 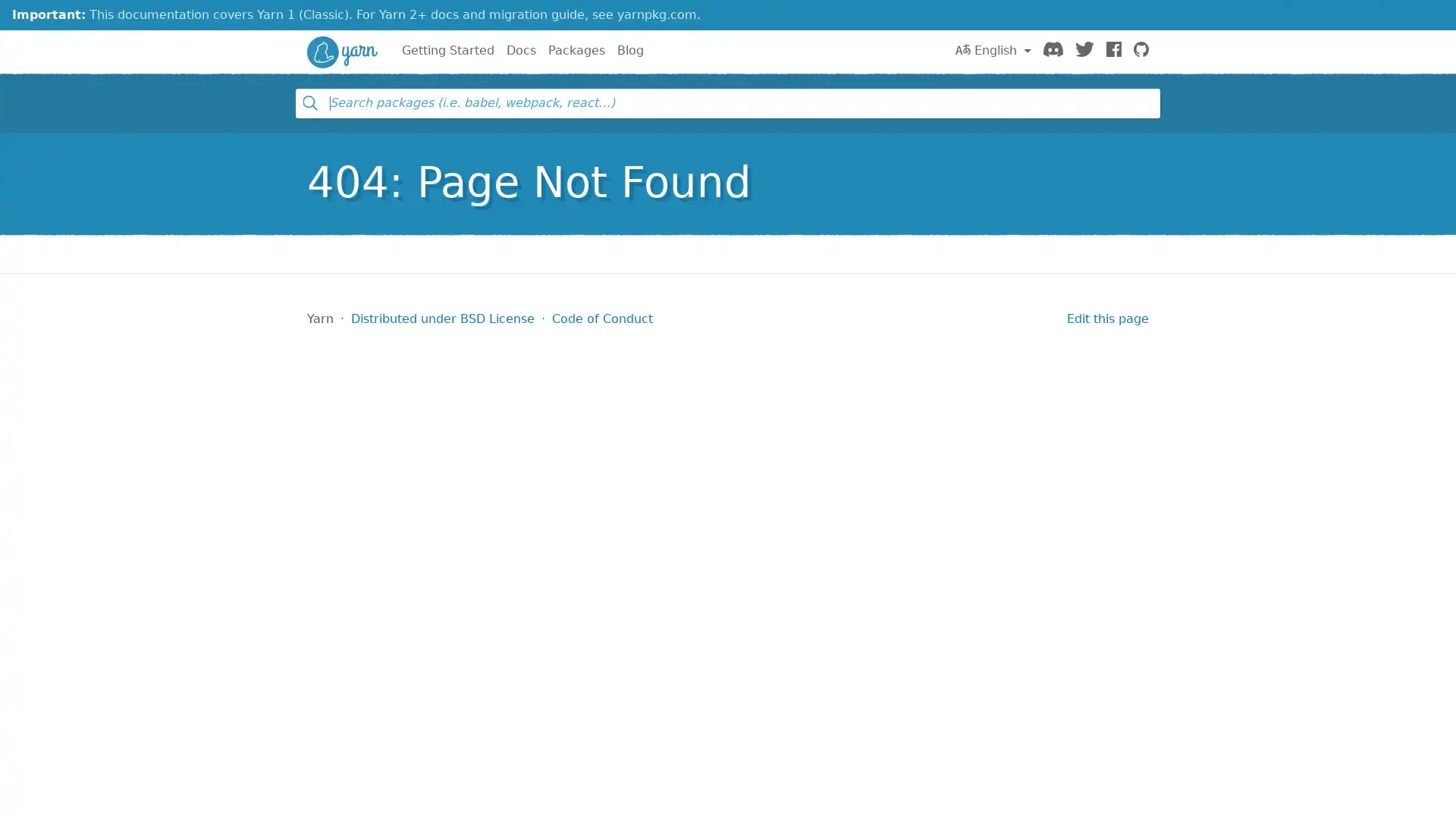 I want to click on Submit your search query., so click(x=309, y=102).